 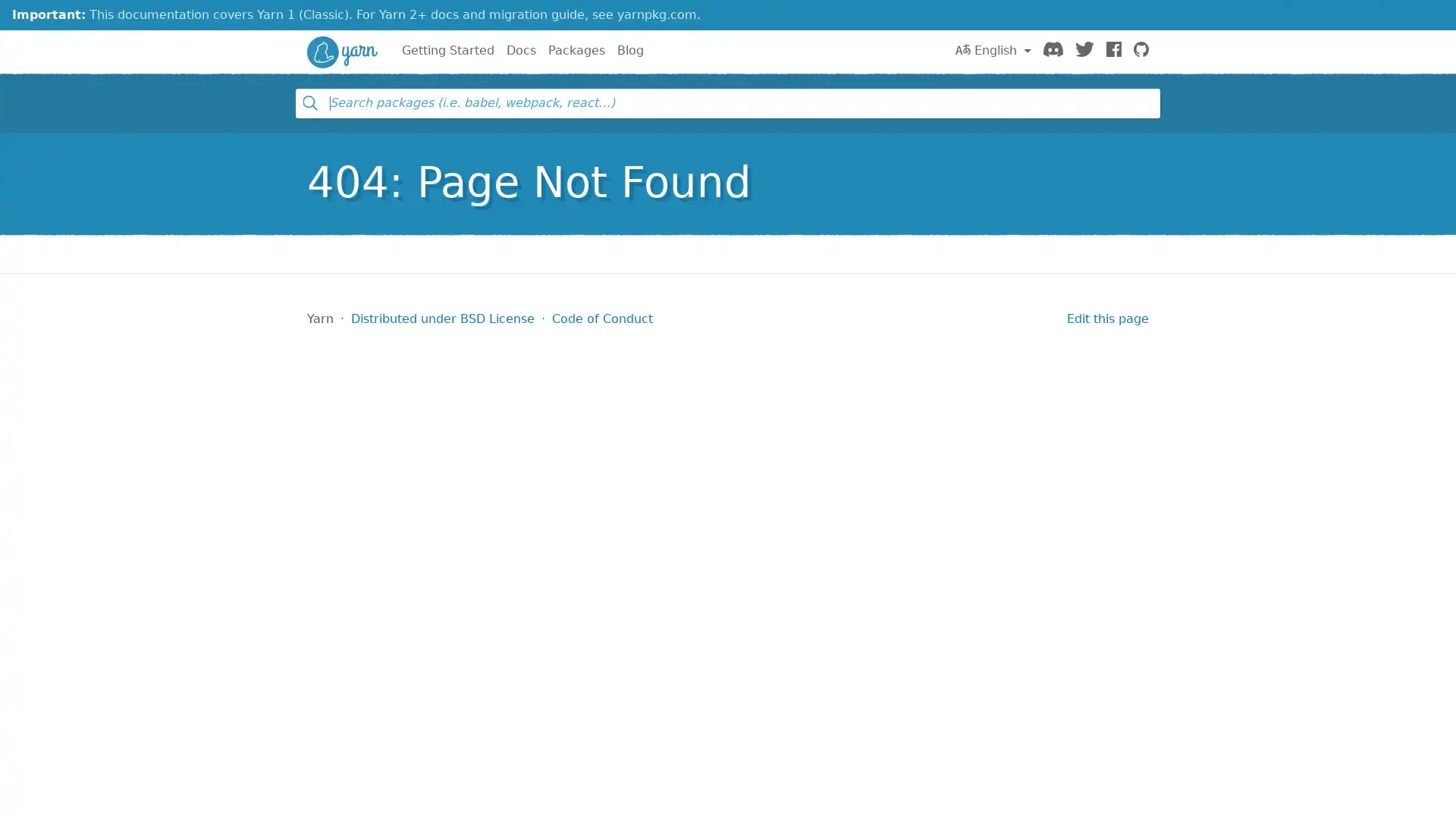 I want to click on Submit your search query., so click(x=309, y=102).